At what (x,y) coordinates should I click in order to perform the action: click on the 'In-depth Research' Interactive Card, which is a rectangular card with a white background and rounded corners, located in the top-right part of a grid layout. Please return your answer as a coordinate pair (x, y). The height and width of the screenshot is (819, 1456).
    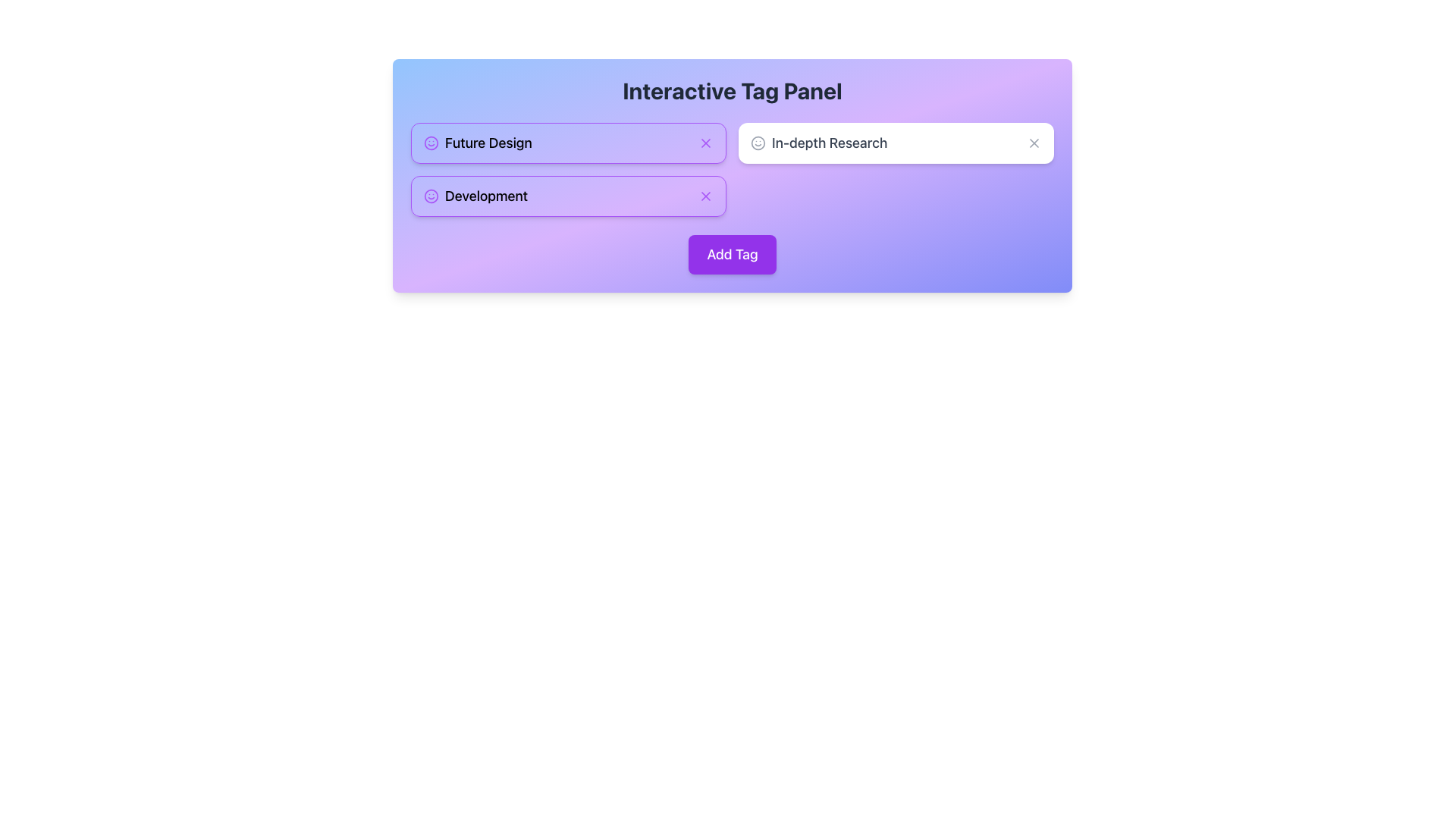
    Looking at the image, I should click on (896, 143).